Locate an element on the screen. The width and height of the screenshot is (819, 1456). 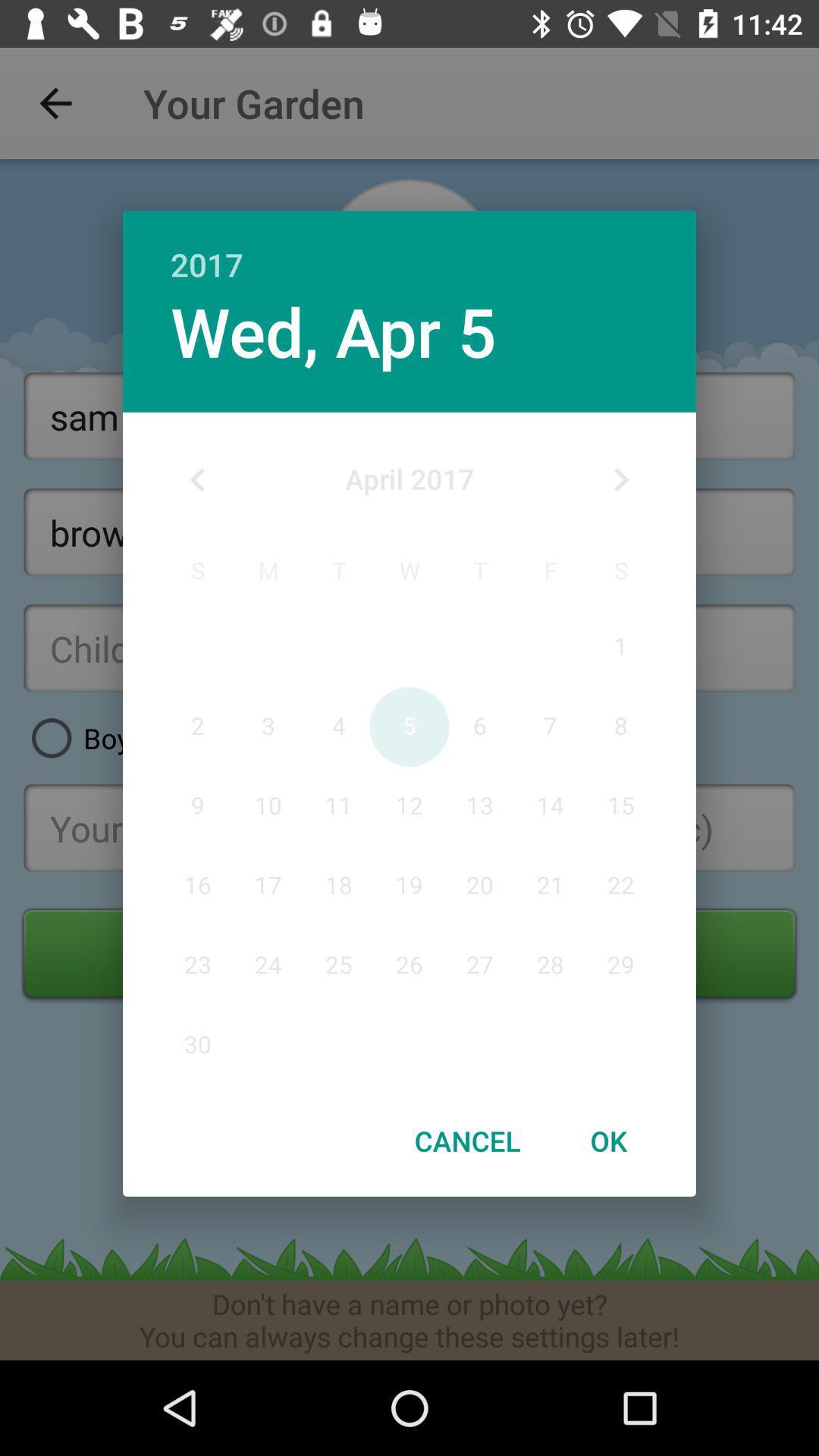
icon at the top left corner is located at coordinates (197, 479).